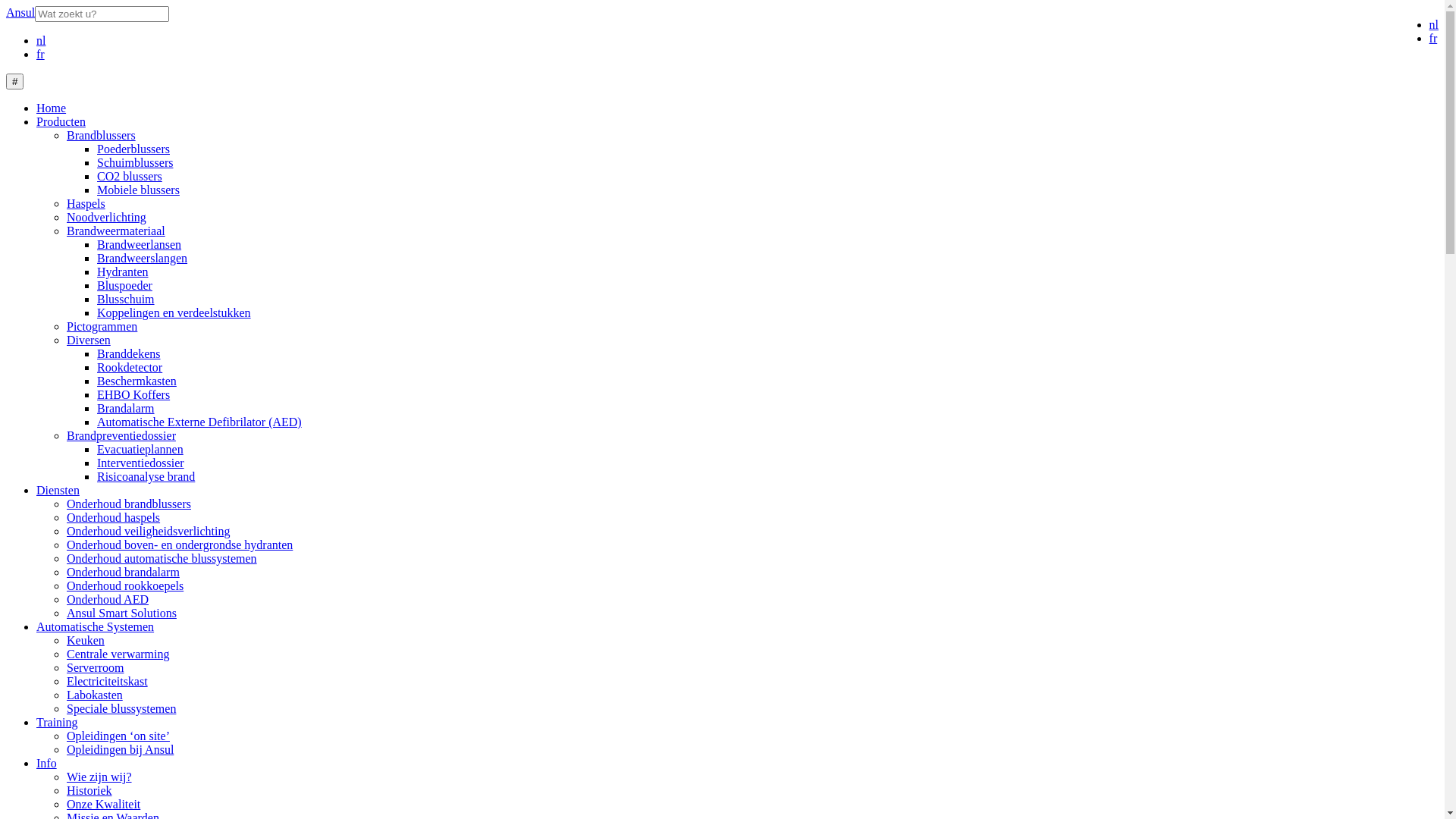 The height and width of the screenshot is (819, 1456). Describe the element at coordinates (65, 231) in the screenshot. I see `'Brandweermateriaal'` at that location.